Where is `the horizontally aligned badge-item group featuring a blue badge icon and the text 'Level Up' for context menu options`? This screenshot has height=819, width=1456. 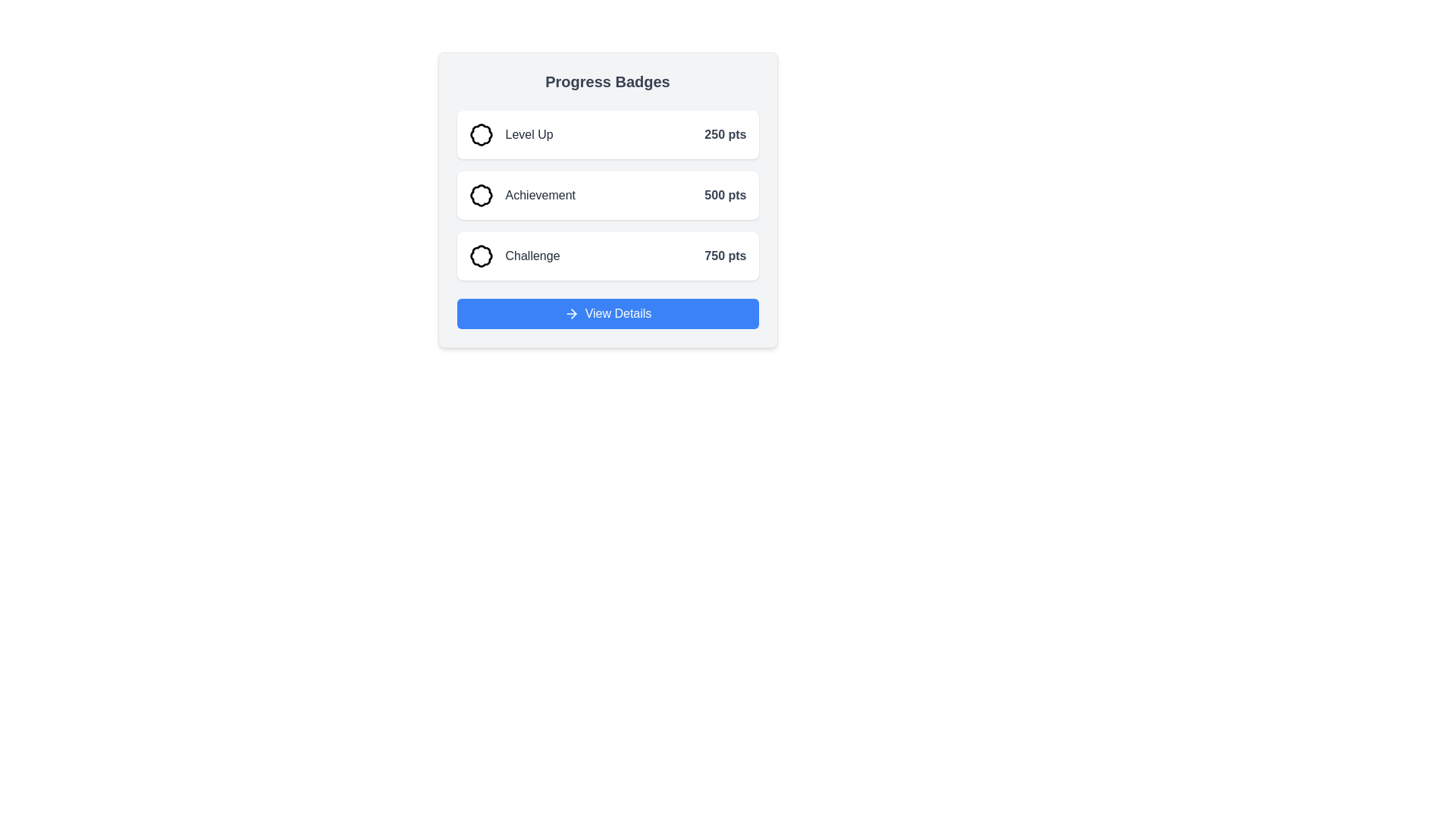 the horizontally aligned badge-item group featuring a blue badge icon and the text 'Level Up' for context menu options is located at coordinates (511, 133).